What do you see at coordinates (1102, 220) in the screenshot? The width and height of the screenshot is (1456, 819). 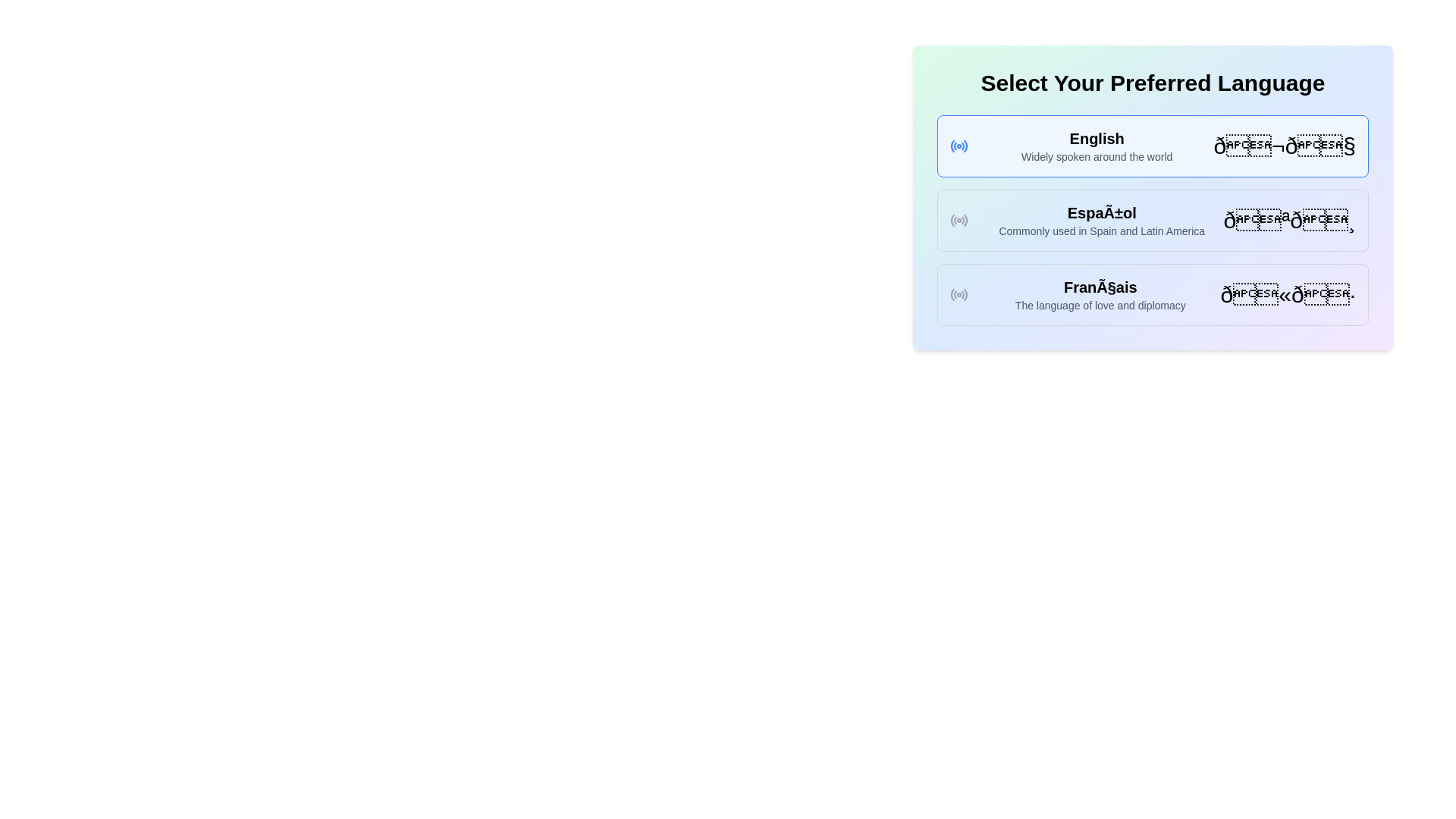 I see `the Spanish language option text block, which is located between the English and Français options in the list of language options` at bounding box center [1102, 220].